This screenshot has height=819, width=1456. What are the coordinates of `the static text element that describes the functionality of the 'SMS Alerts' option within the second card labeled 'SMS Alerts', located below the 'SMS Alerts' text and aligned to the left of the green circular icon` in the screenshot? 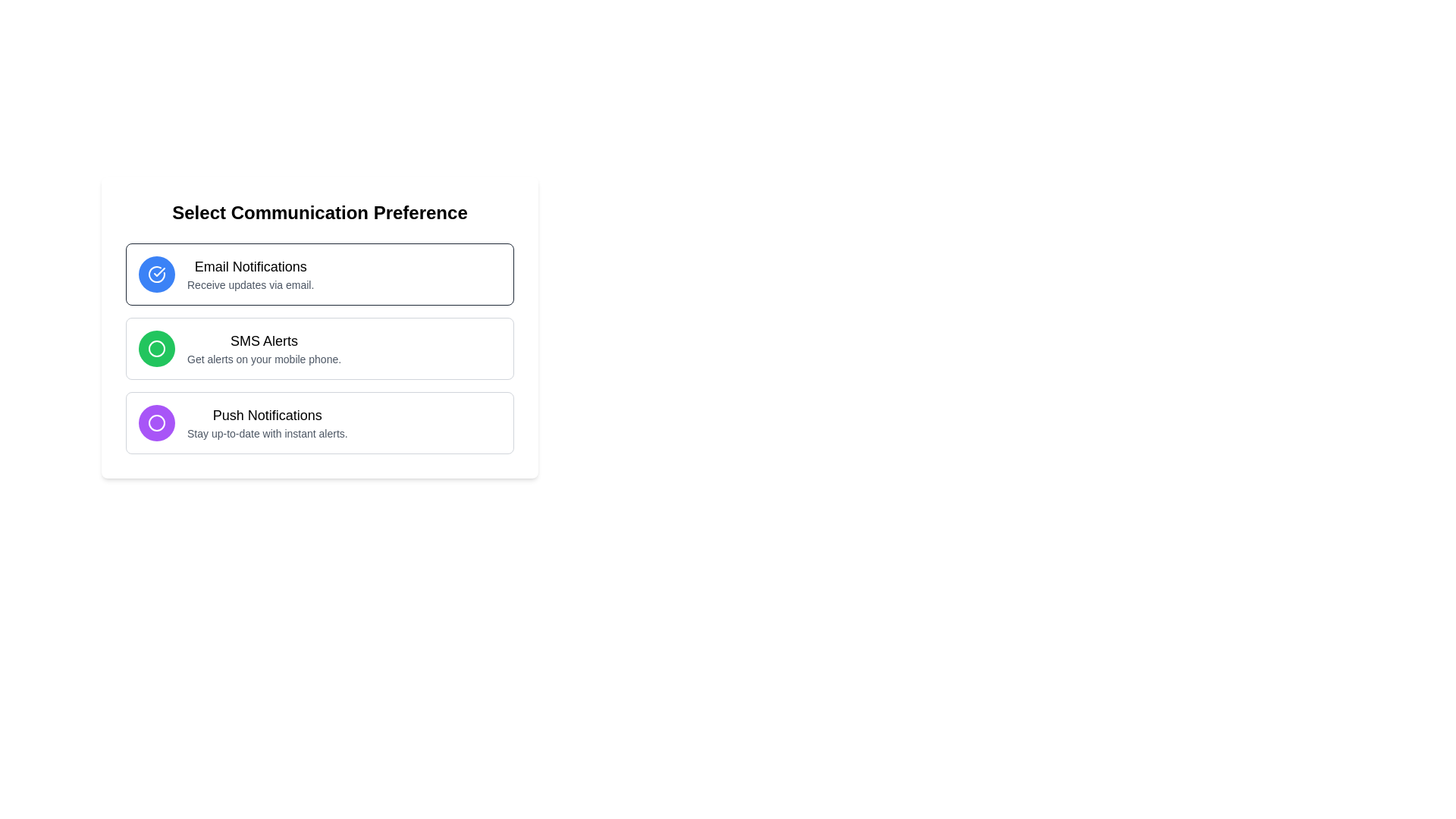 It's located at (264, 359).